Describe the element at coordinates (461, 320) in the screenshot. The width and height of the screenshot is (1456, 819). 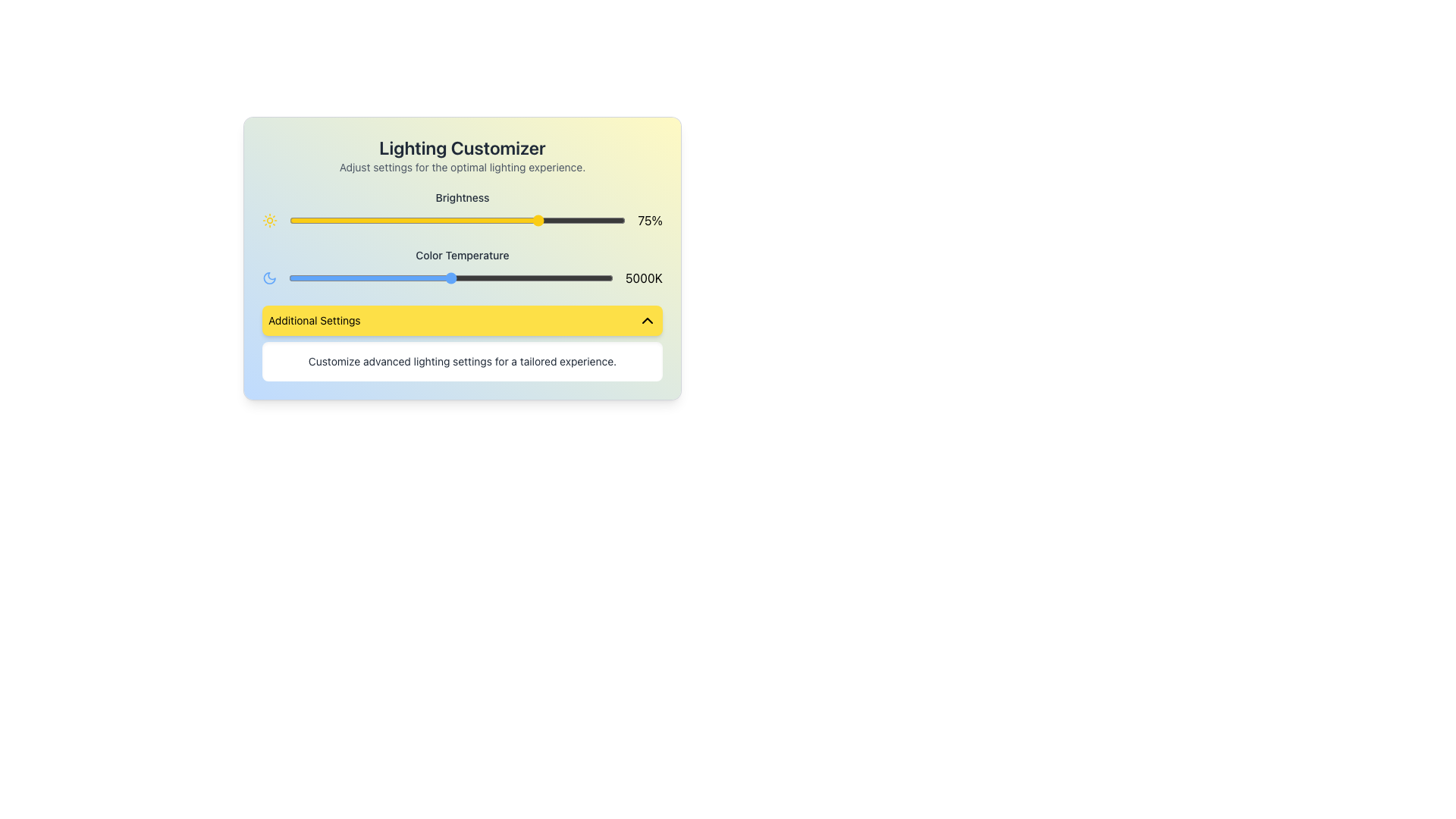
I see `the toggle button located within the 'Lighting Customizer' card` at that location.